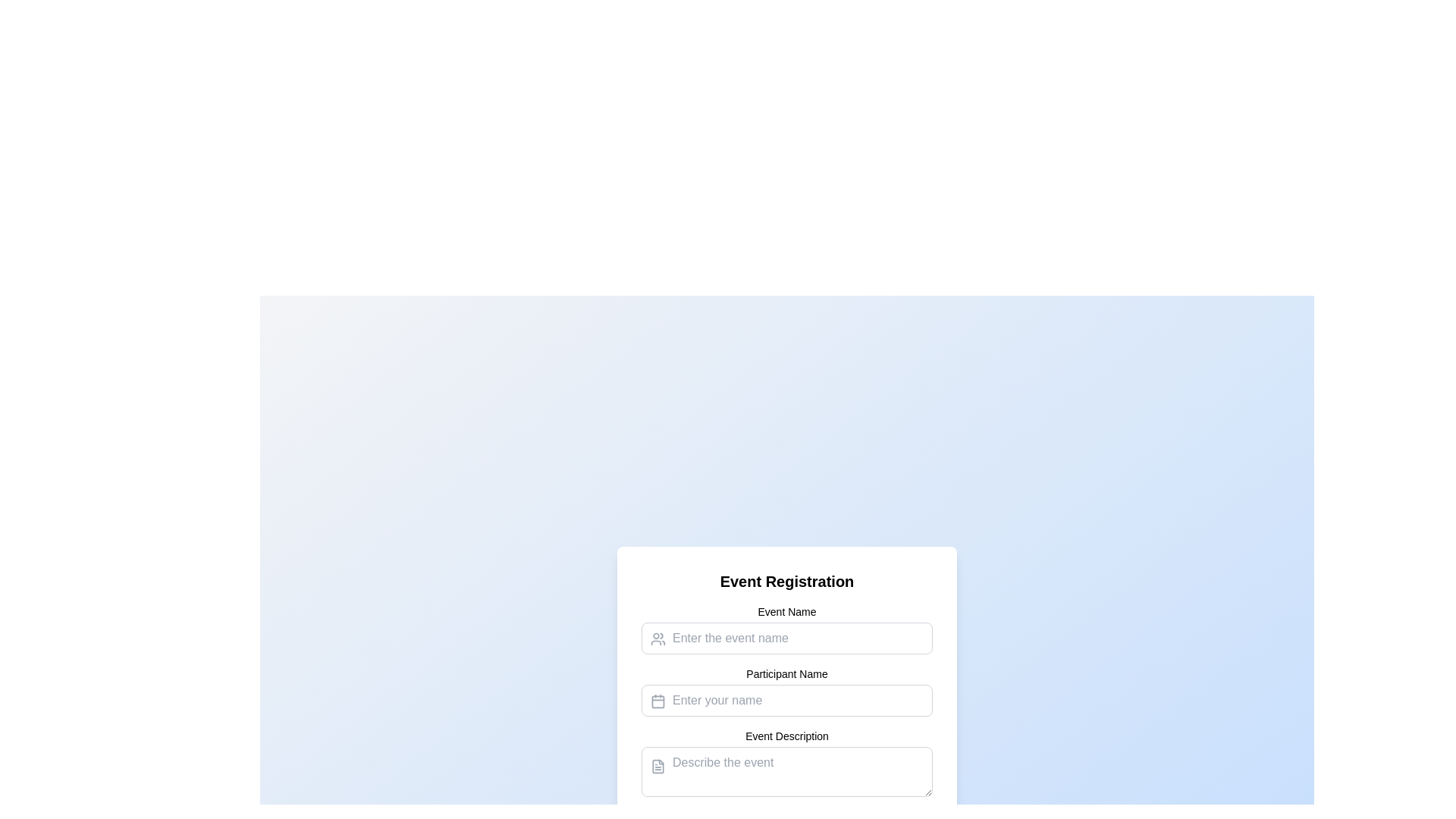 The height and width of the screenshot is (819, 1456). Describe the element at coordinates (786, 736) in the screenshot. I see `the text label reading 'Event Description', which is styled as a bold descriptor for the event description input field located above the input field with the placeholder 'Describe the event'` at that location.